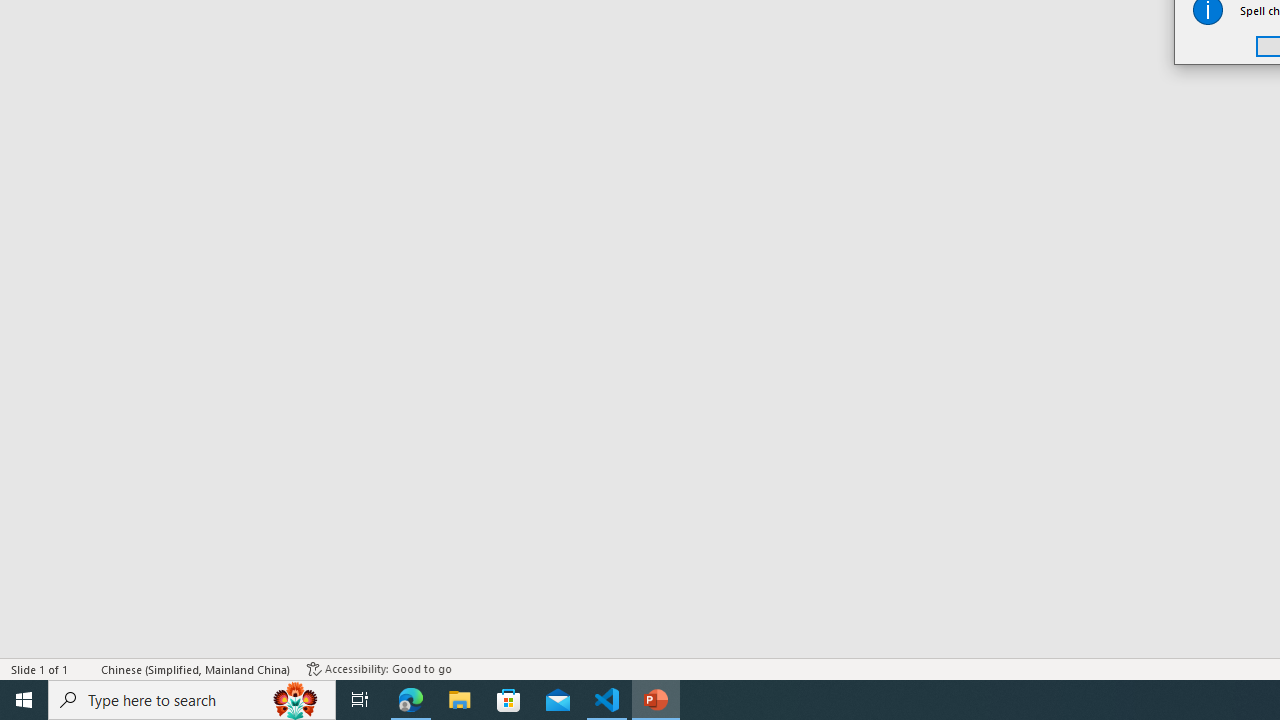 The width and height of the screenshot is (1280, 720). I want to click on 'Accessibility Checker Accessibility: Good to go', so click(379, 669).